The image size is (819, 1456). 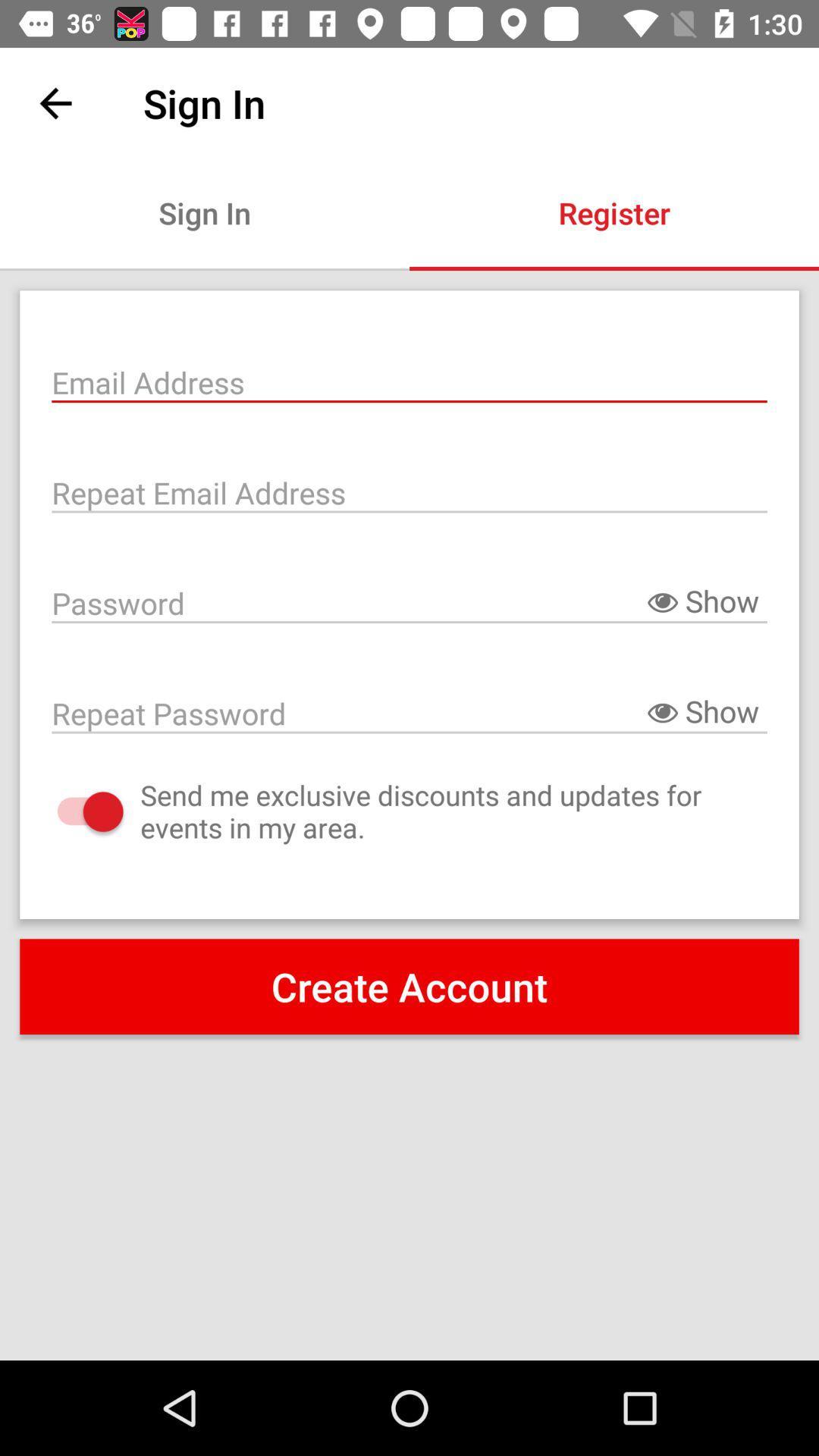 What do you see at coordinates (75, 811) in the screenshot?
I see `on/off button for discounts and events` at bounding box center [75, 811].